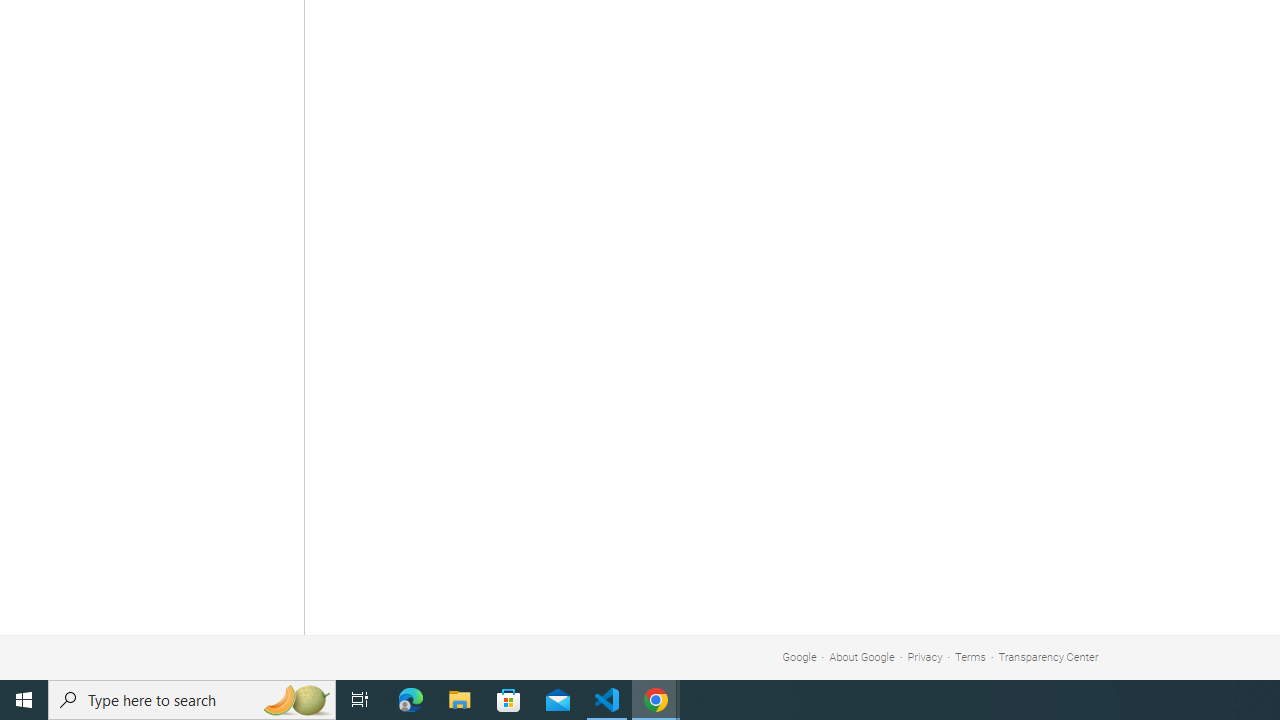  Describe the element at coordinates (924, 657) in the screenshot. I see `'Privacy'` at that location.